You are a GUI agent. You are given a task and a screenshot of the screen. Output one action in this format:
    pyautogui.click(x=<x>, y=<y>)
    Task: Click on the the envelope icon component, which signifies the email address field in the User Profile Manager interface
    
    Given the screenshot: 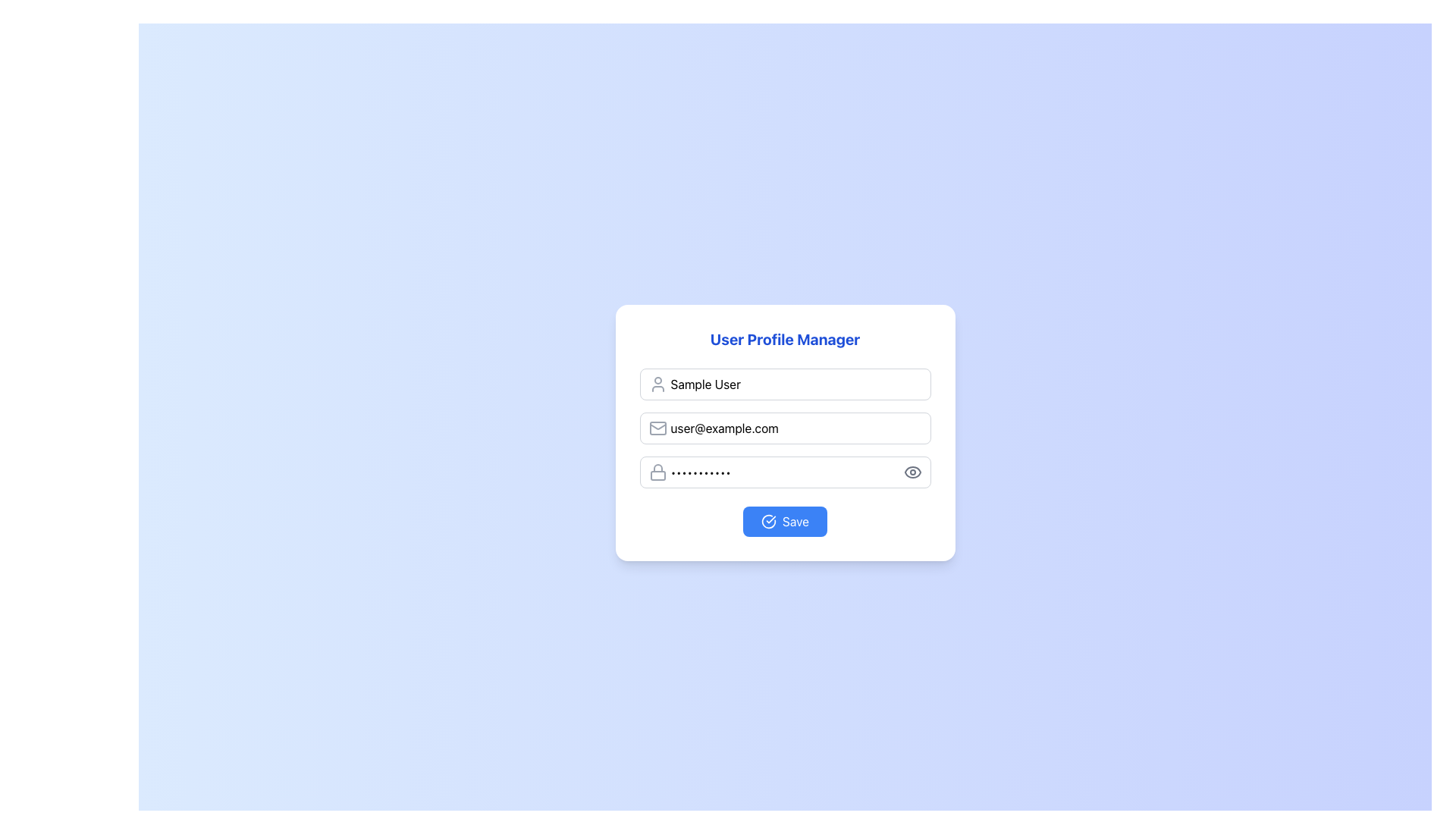 What is the action you would take?
    pyautogui.click(x=657, y=428)
    